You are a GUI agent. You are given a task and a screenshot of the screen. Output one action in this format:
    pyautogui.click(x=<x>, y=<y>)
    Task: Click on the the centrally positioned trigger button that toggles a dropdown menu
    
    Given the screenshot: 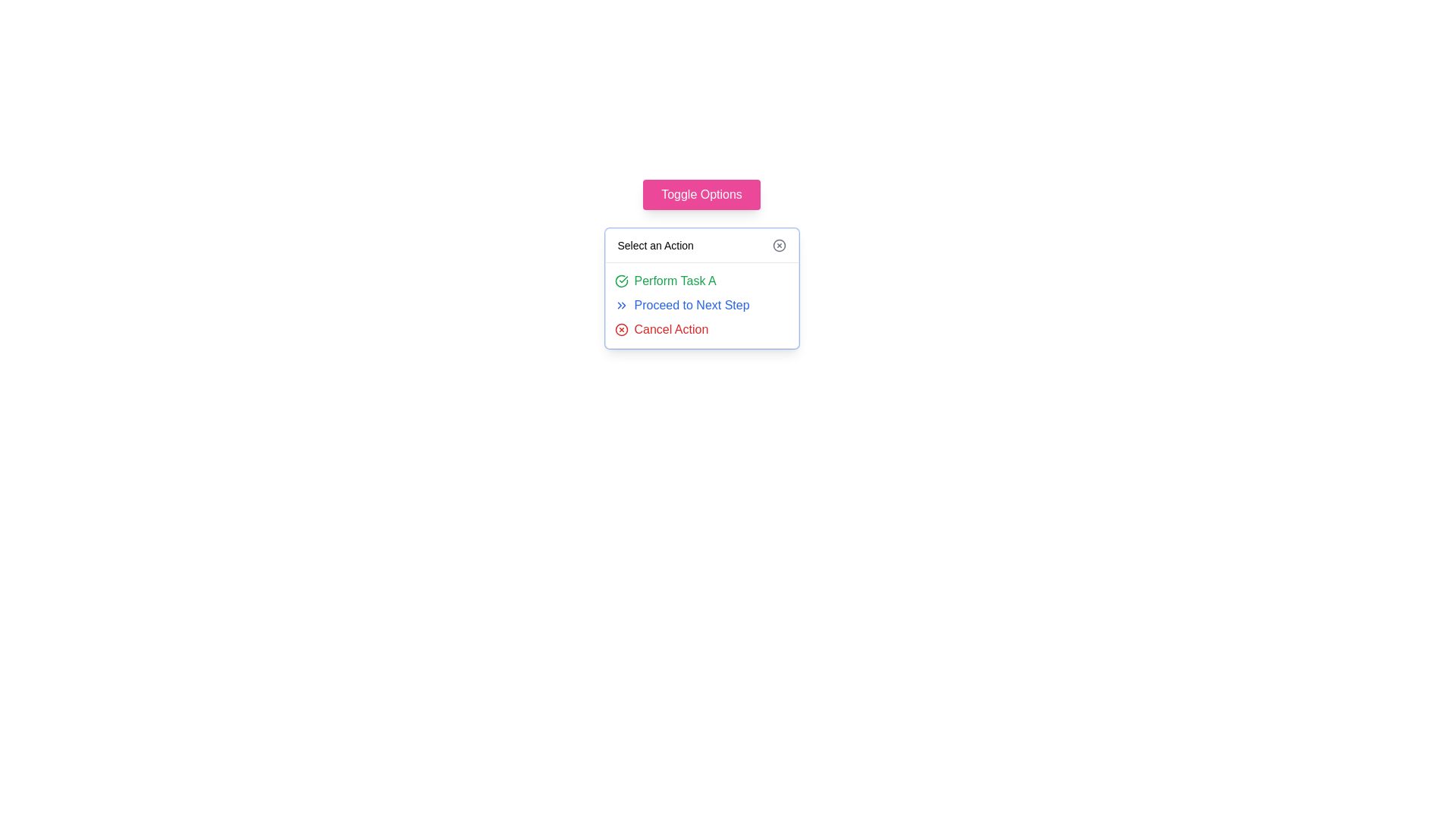 What is the action you would take?
    pyautogui.click(x=701, y=194)
    